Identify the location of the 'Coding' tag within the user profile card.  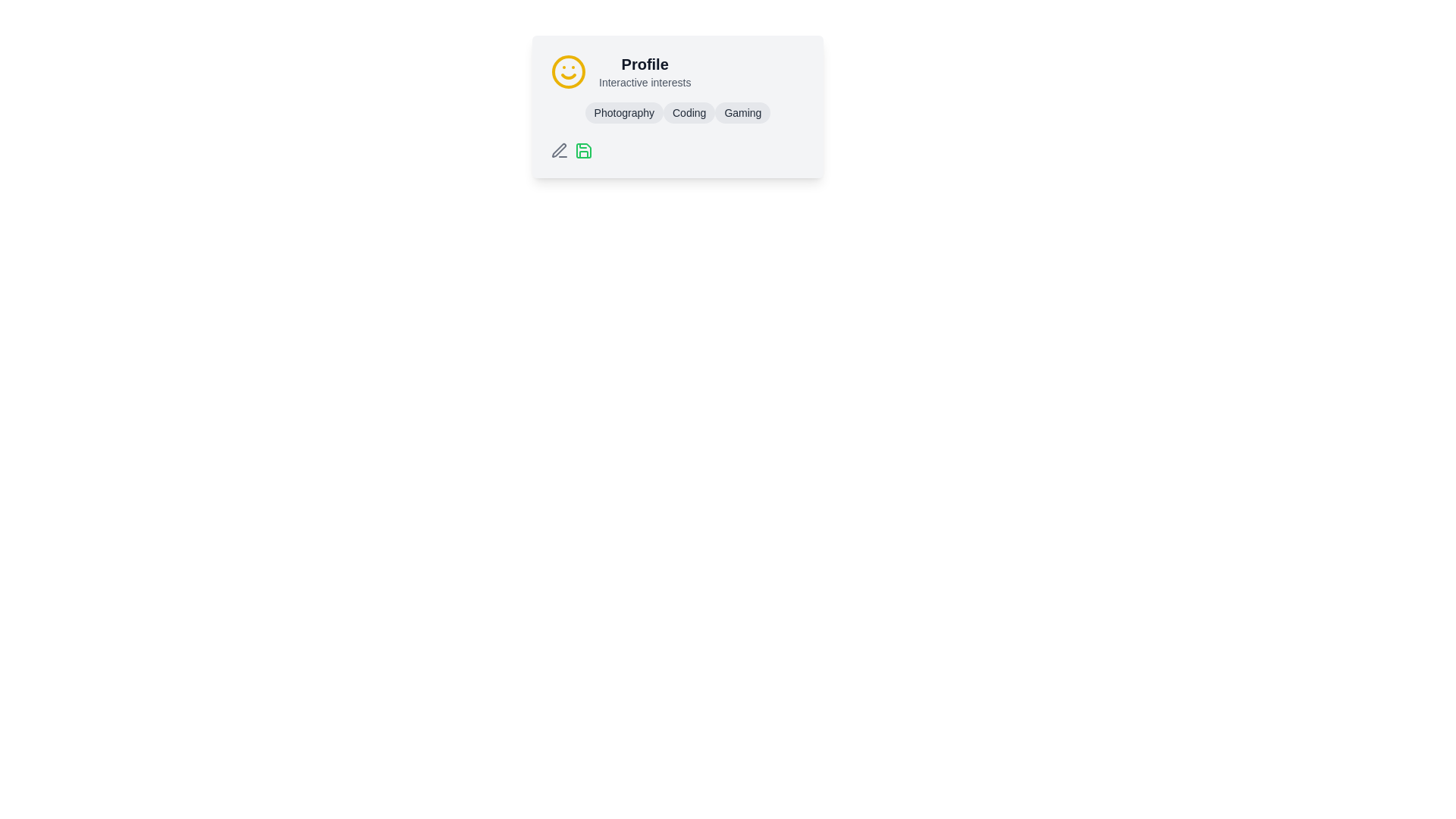
(676, 106).